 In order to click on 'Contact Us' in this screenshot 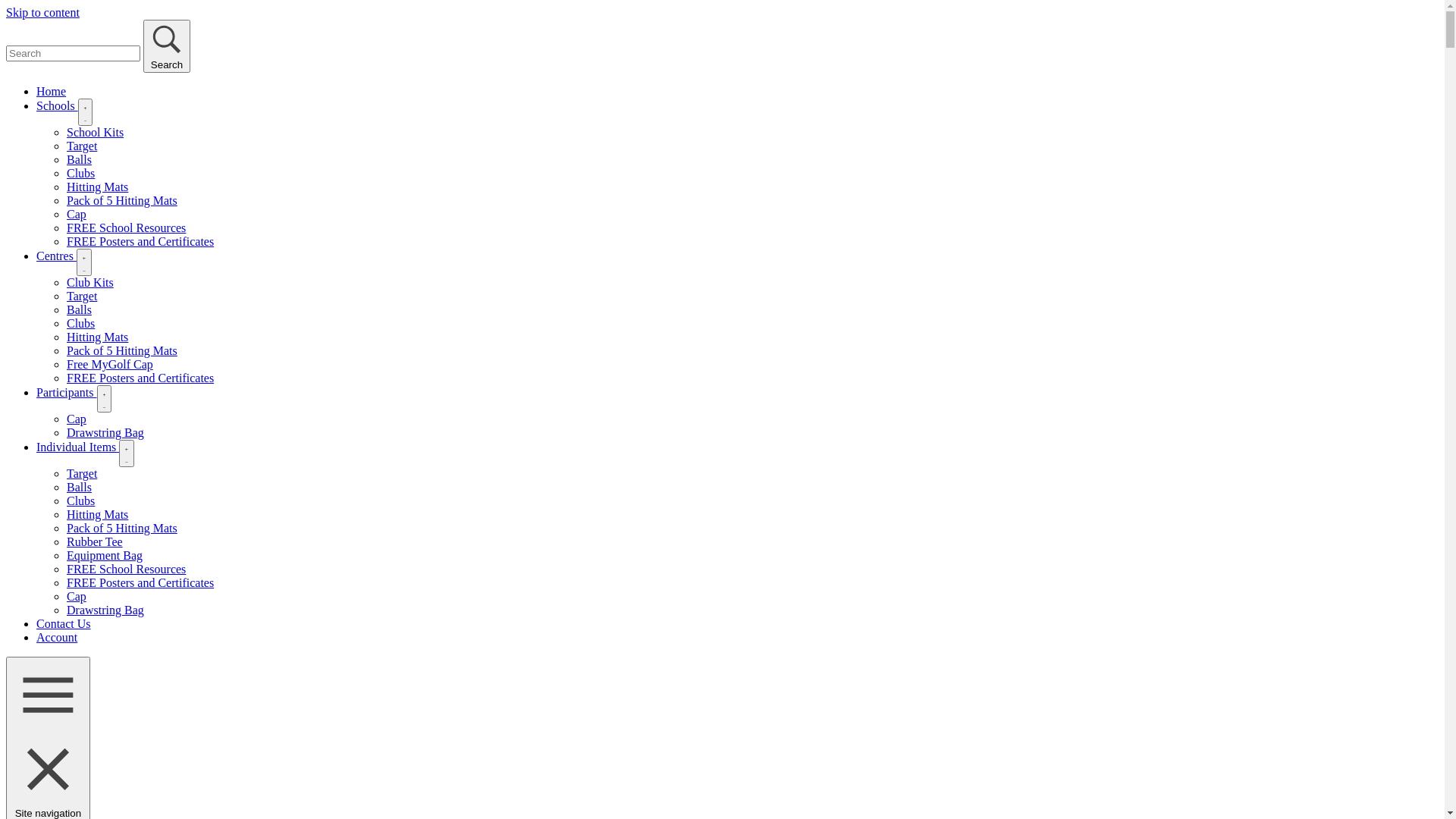, I will do `click(62, 623)`.